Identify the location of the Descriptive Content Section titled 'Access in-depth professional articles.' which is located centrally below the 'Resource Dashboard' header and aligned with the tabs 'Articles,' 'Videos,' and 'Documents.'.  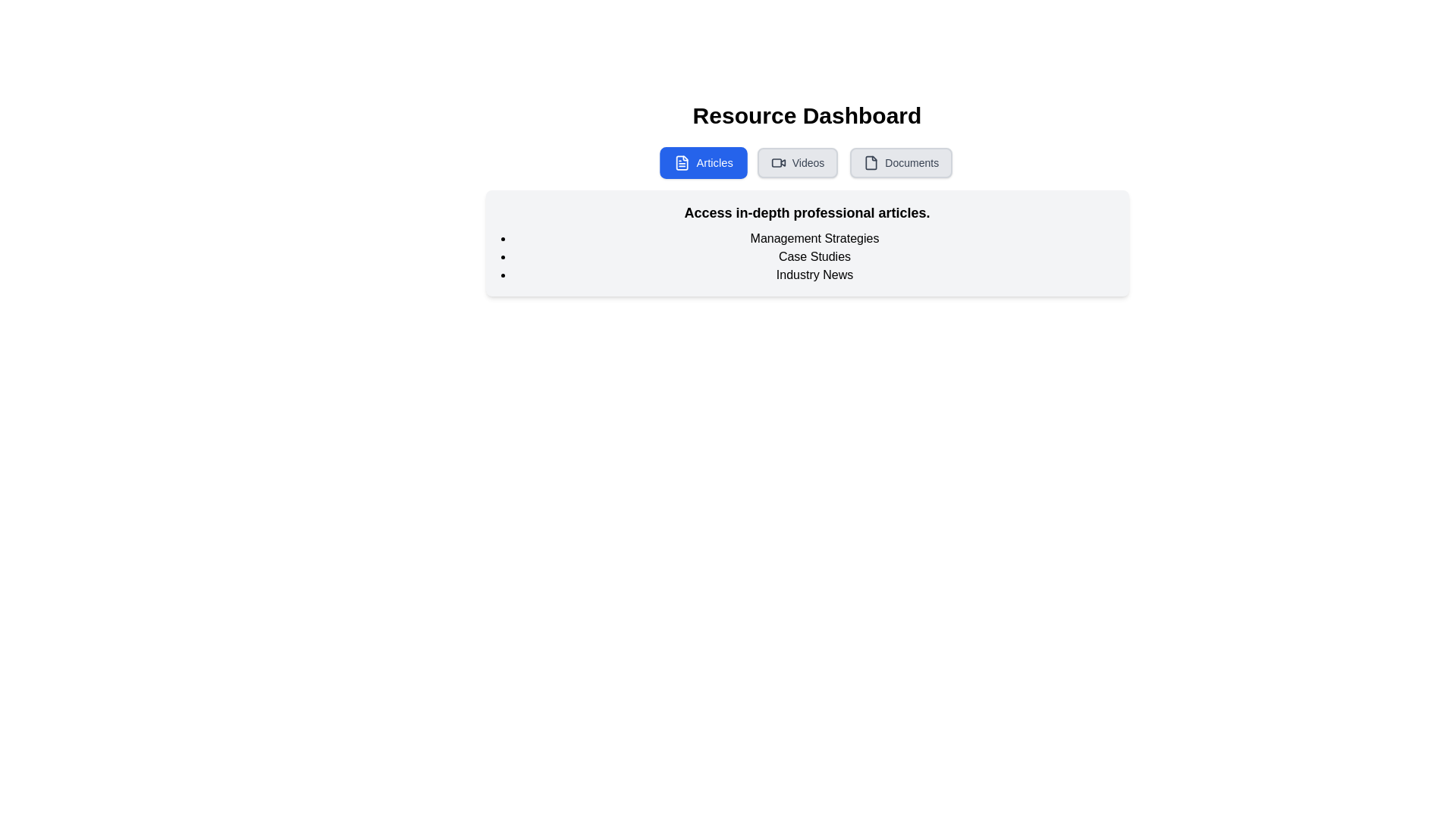
(806, 222).